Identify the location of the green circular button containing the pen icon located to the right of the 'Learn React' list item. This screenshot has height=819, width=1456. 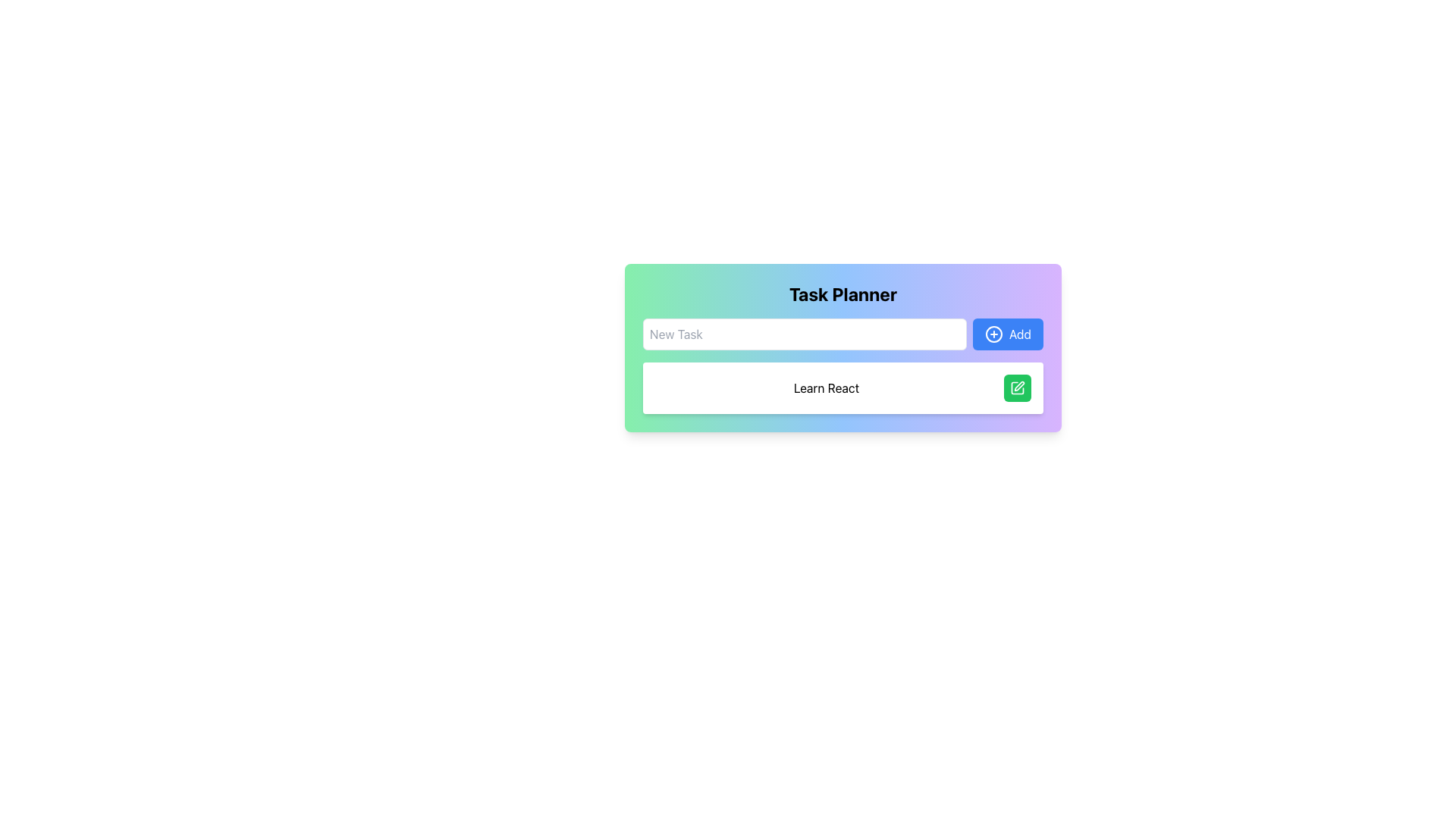
(1018, 388).